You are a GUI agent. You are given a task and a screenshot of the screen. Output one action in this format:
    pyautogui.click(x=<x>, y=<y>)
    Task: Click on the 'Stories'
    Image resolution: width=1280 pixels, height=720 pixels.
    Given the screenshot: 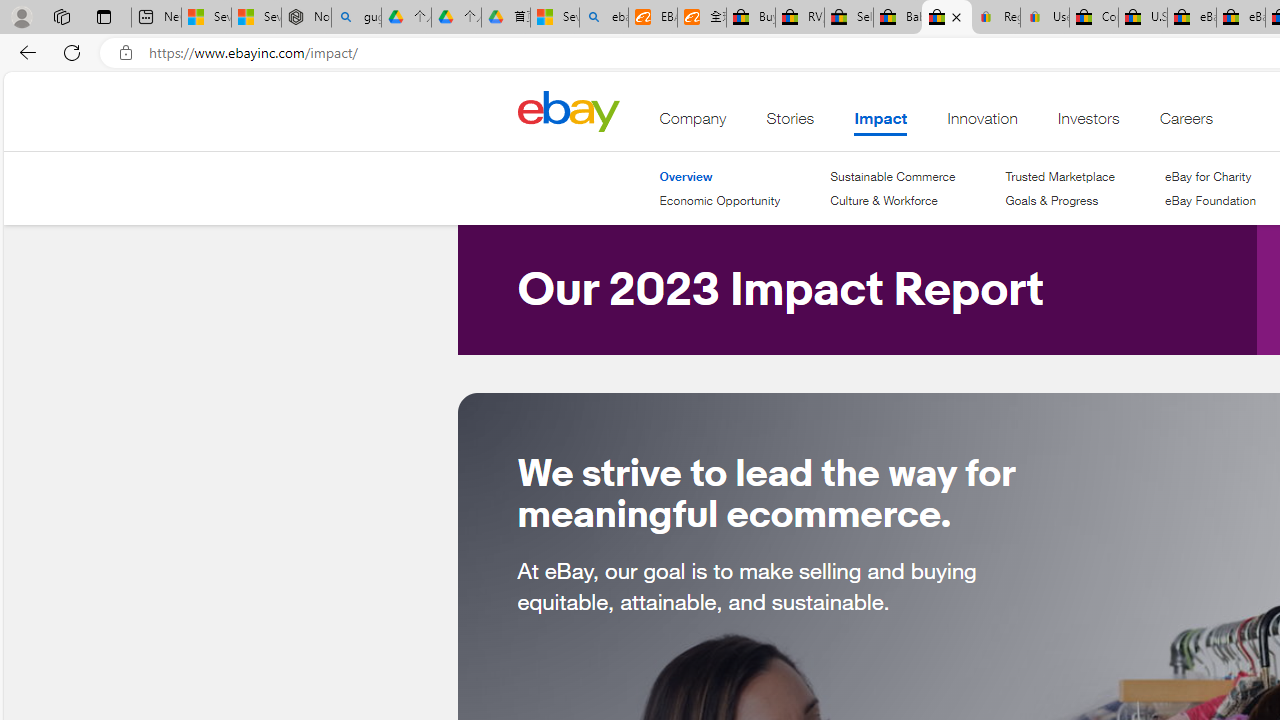 What is the action you would take?
    pyautogui.click(x=789, y=123)
    